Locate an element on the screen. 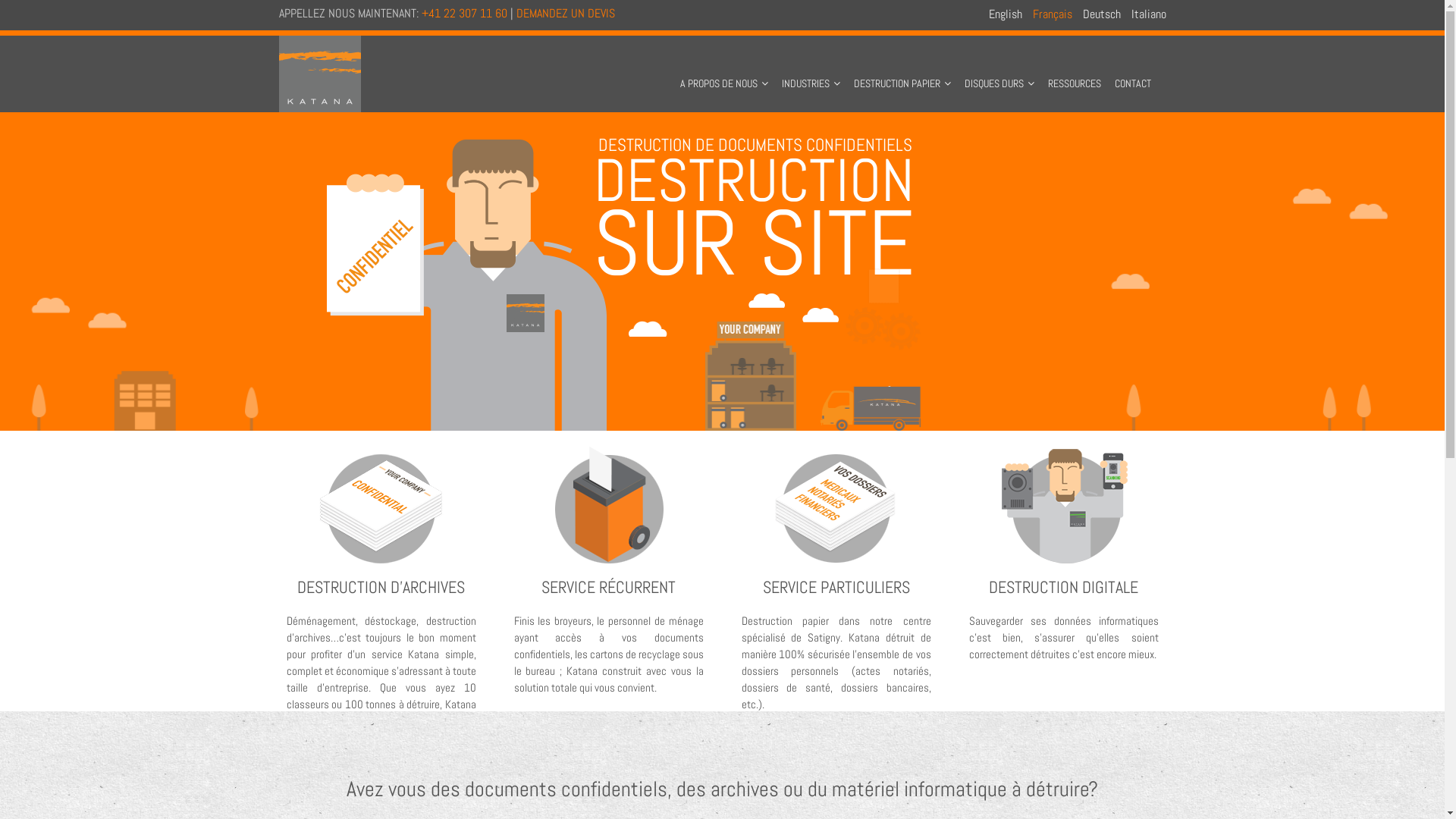  'INDUSTRIES' is located at coordinates (778, 71).